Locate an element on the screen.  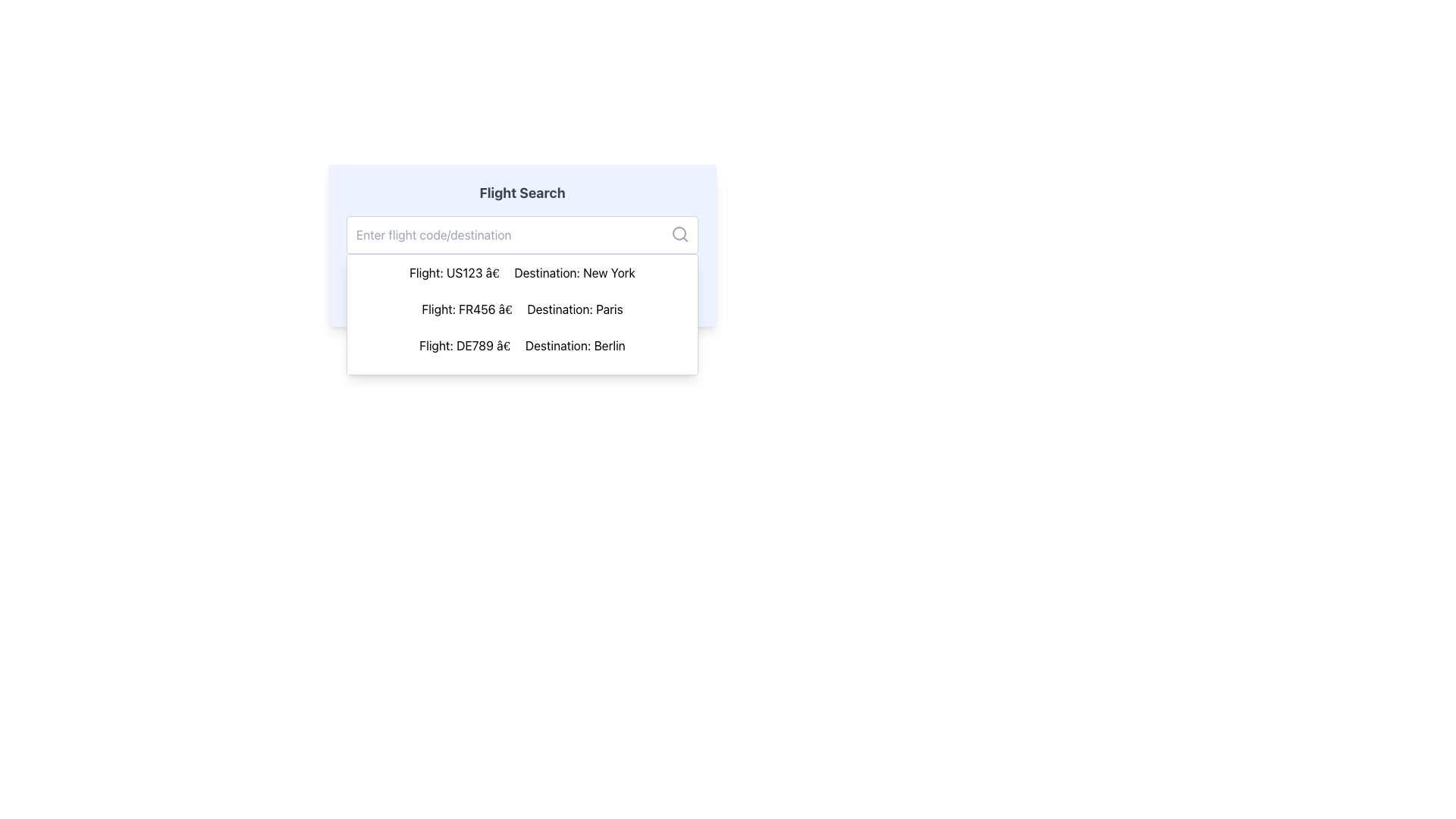
the magnifying glass icon located on the far right of the search bar widget to initiate the search is located at coordinates (679, 234).